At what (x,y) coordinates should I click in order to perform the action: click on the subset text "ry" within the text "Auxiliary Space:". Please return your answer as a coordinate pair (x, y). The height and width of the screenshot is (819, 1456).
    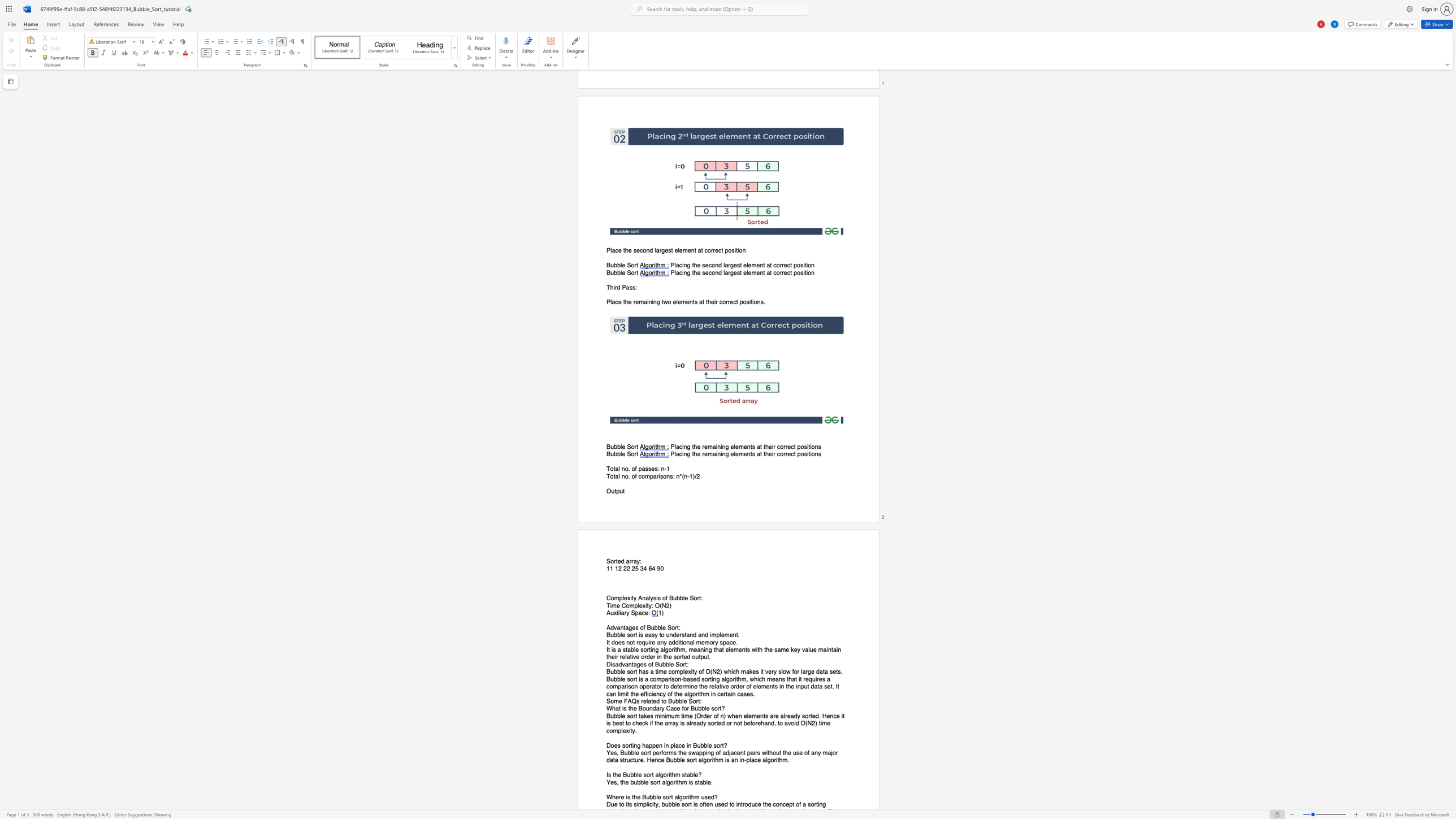
    Looking at the image, I should click on (624, 613).